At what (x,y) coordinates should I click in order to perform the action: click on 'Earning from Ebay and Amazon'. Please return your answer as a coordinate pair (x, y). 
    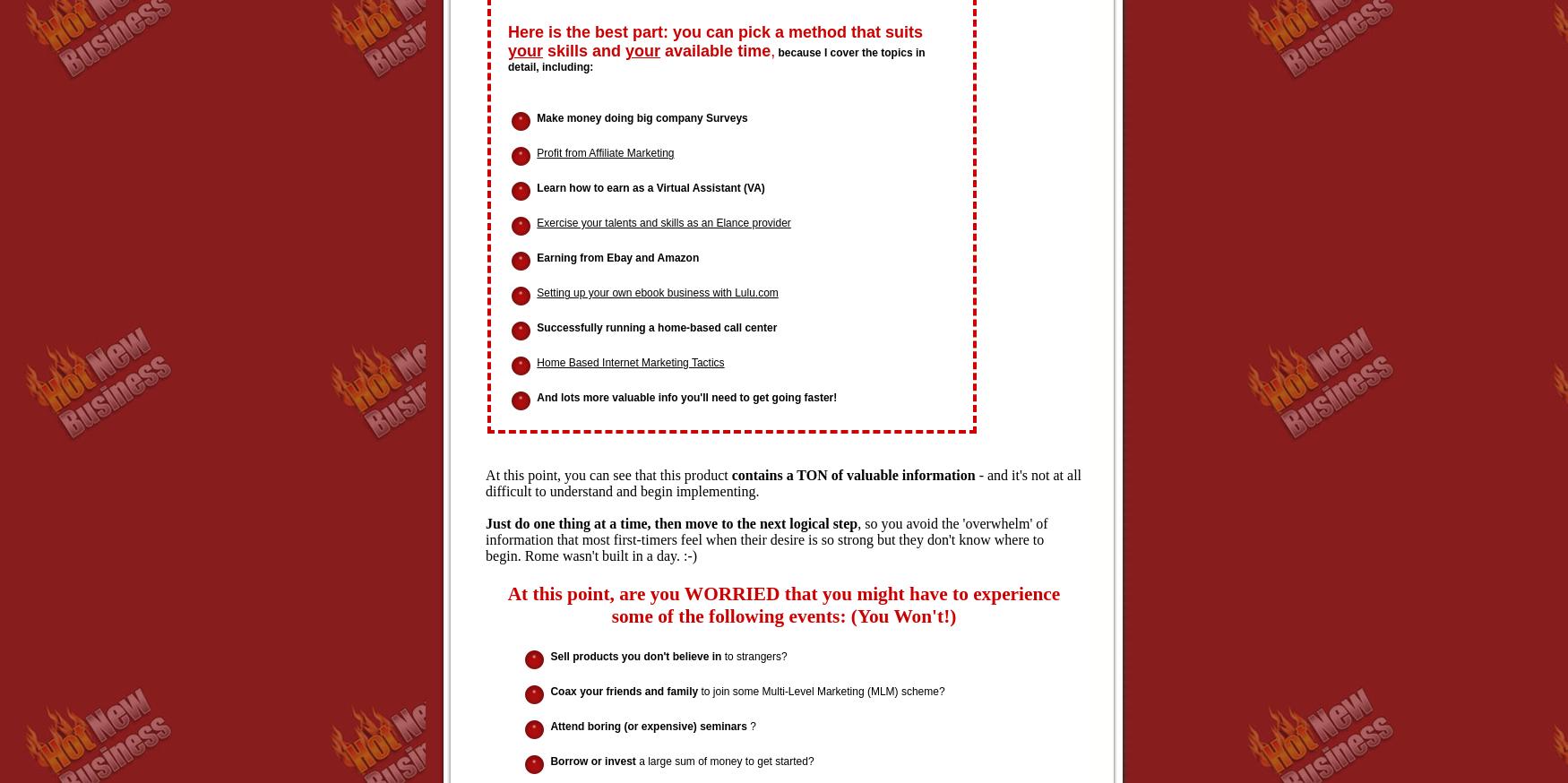
    Looking at the image, I should click on (617, 257).